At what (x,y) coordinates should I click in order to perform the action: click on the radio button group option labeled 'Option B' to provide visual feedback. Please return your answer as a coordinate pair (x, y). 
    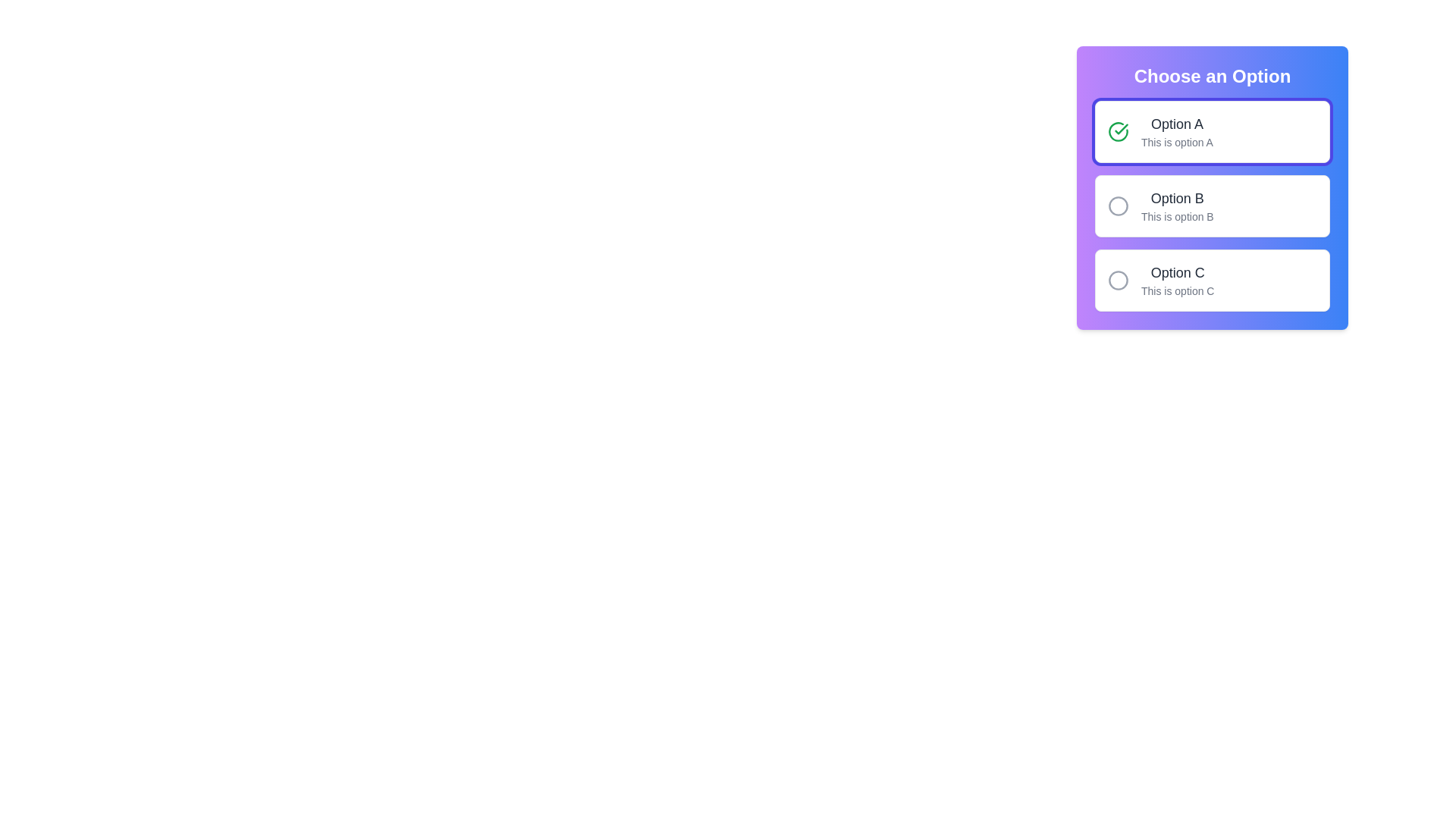
    Looking at the image, I should click on (1211, 206).